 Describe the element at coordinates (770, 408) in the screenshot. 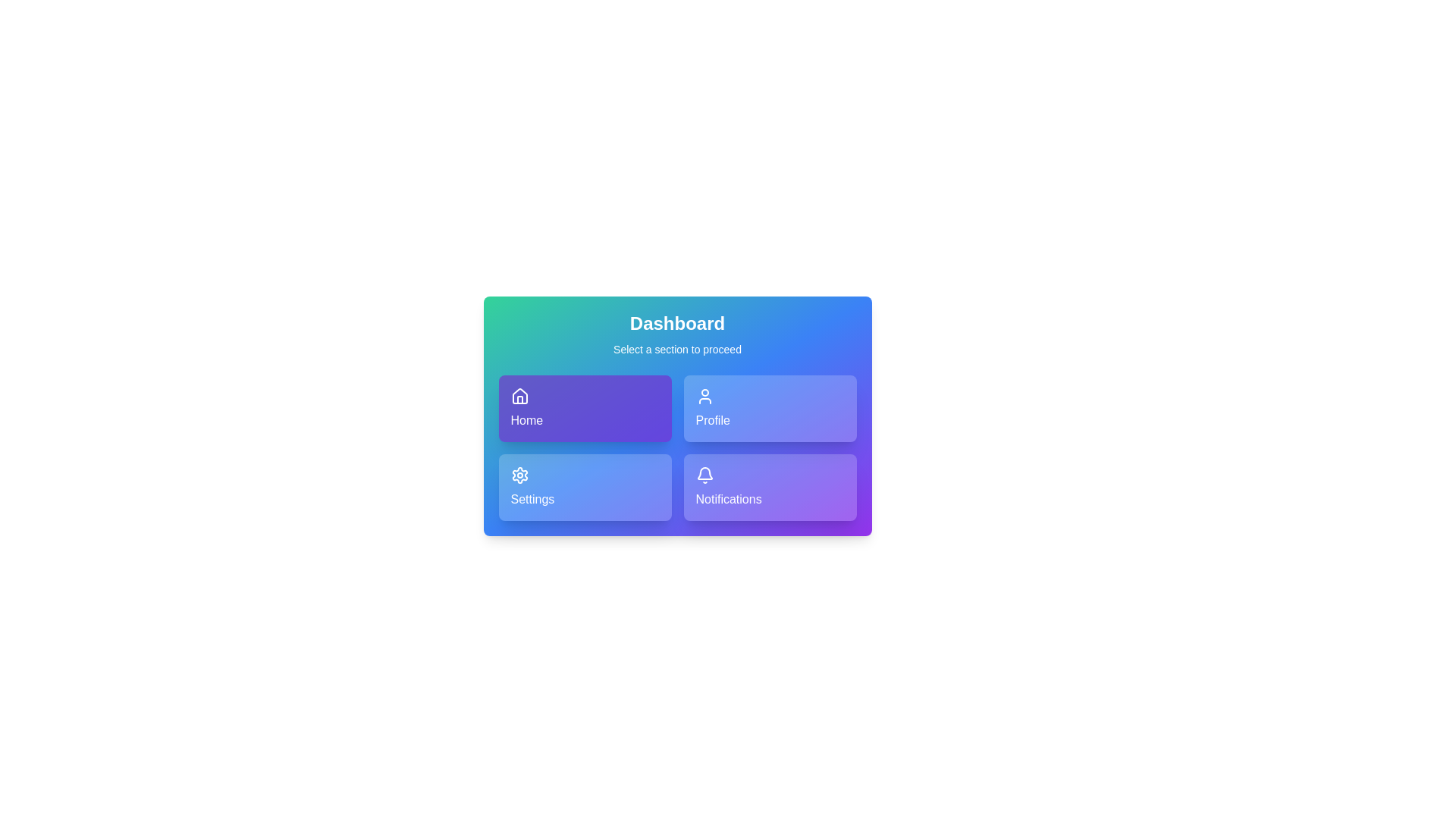

I see `the button corresponding to the section Profile` at that location.